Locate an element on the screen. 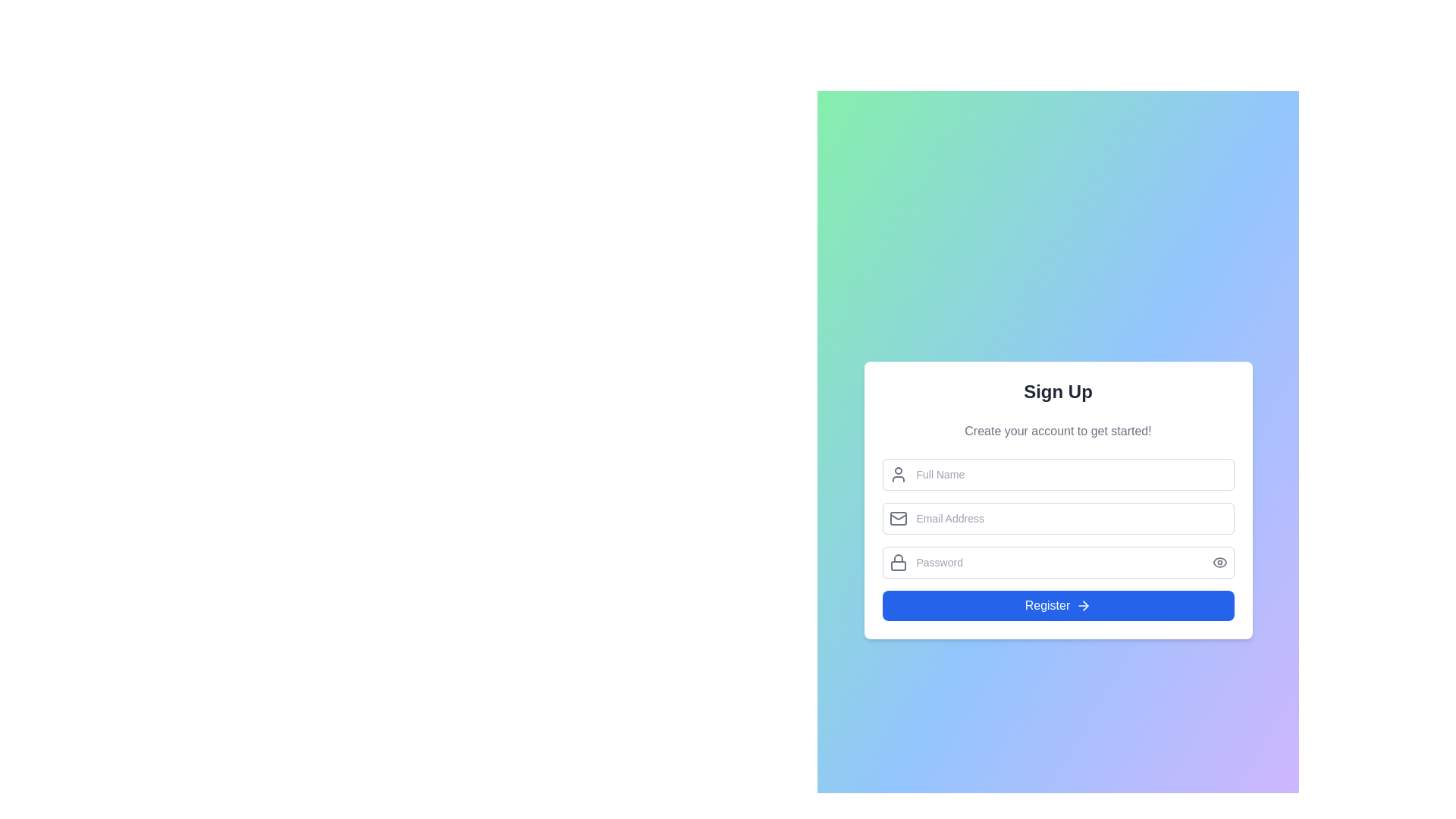 This screenshot has width=1456, height=819. the gray envelope icon is located at coordinates (898, 517).